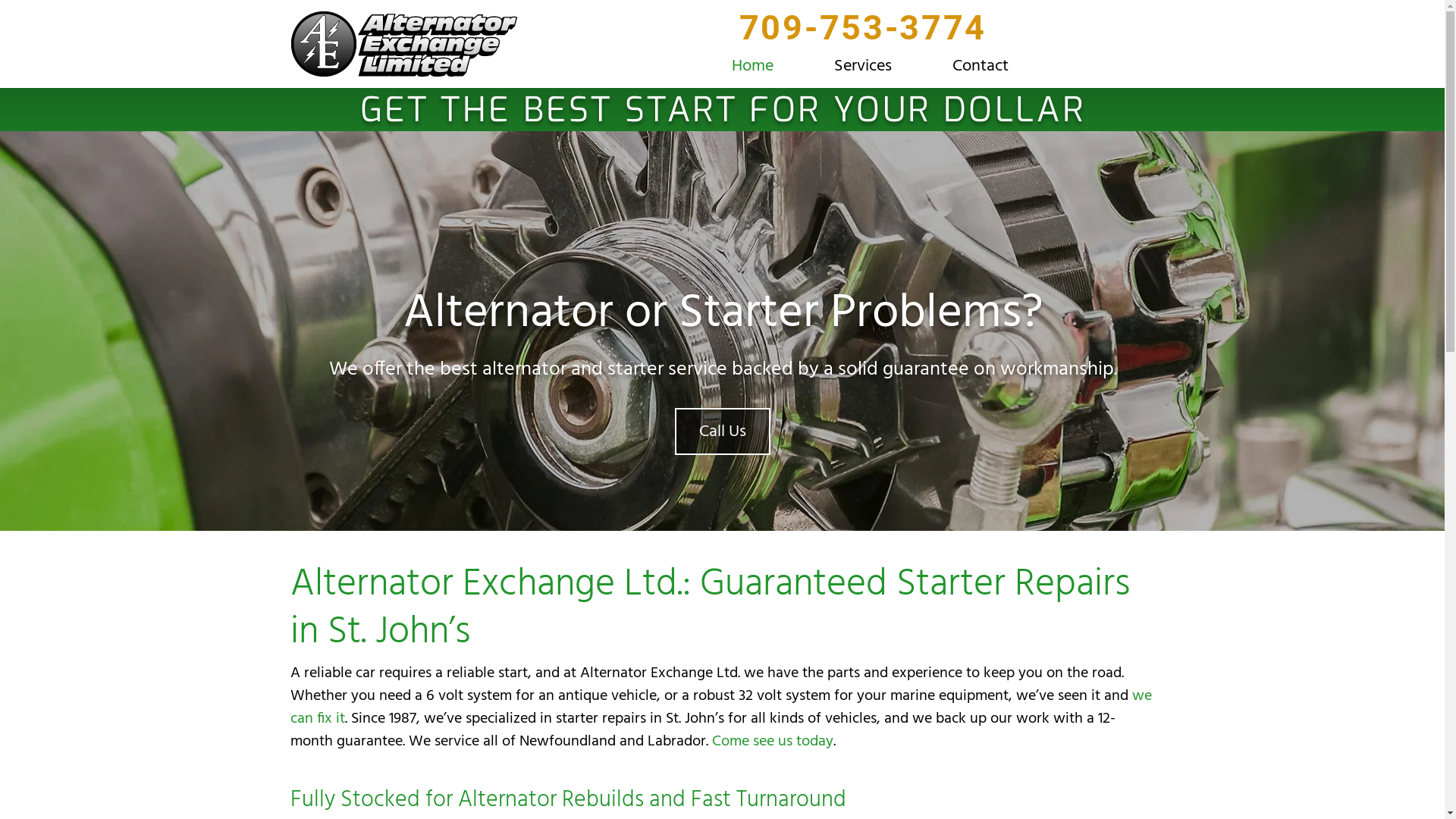 This screenshot has height=819, width=1456. What do you see at coordinates (771, 739) in the screenshot?
I see `'Come see us today'` at bounding box center [771, 739].